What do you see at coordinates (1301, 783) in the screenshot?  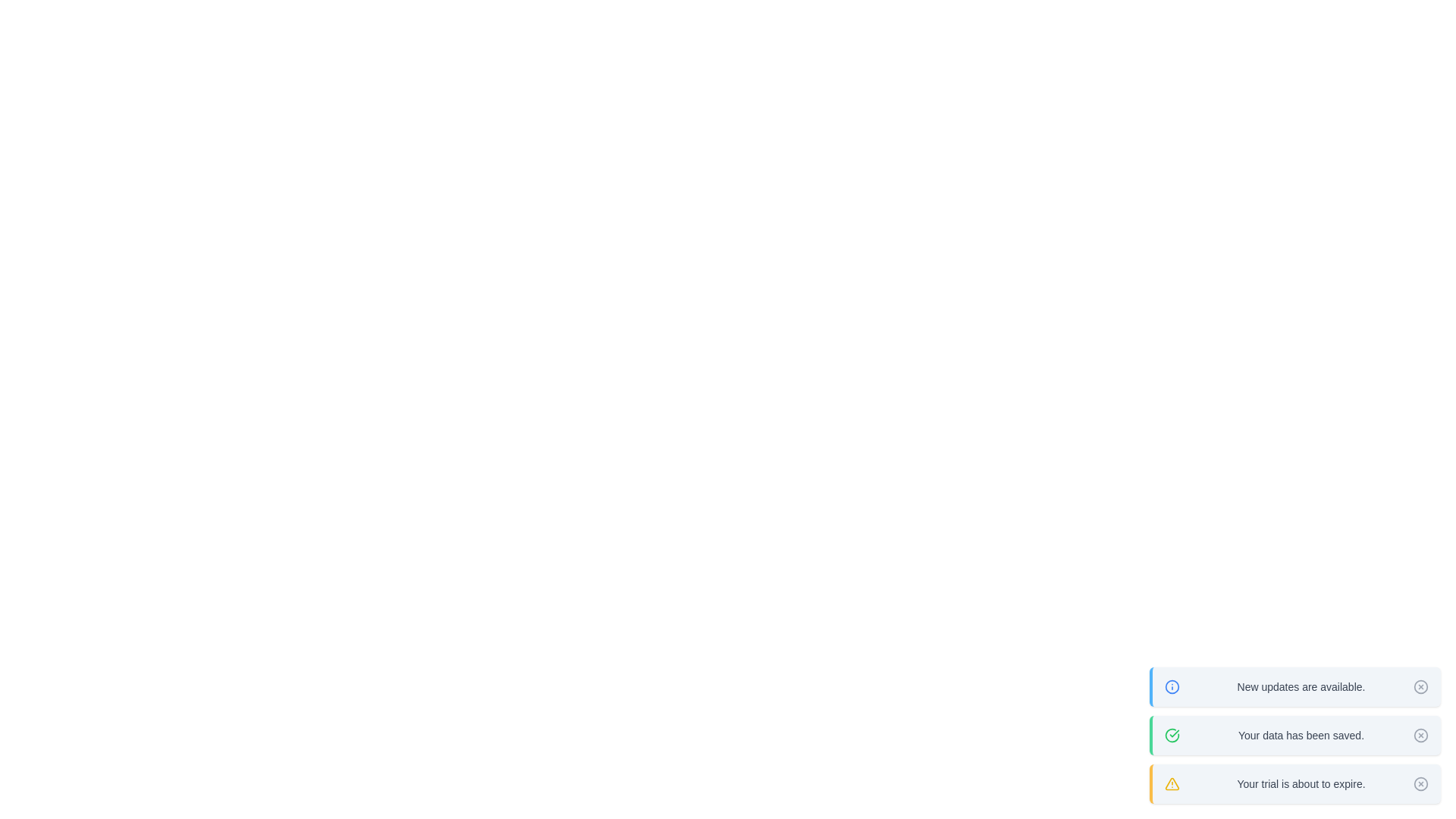 I see `the text label that displays 'Your trial is about to expire.' within the warning notification card located at the bottom-right corner of the interface` at bounding box center [1301, 783].